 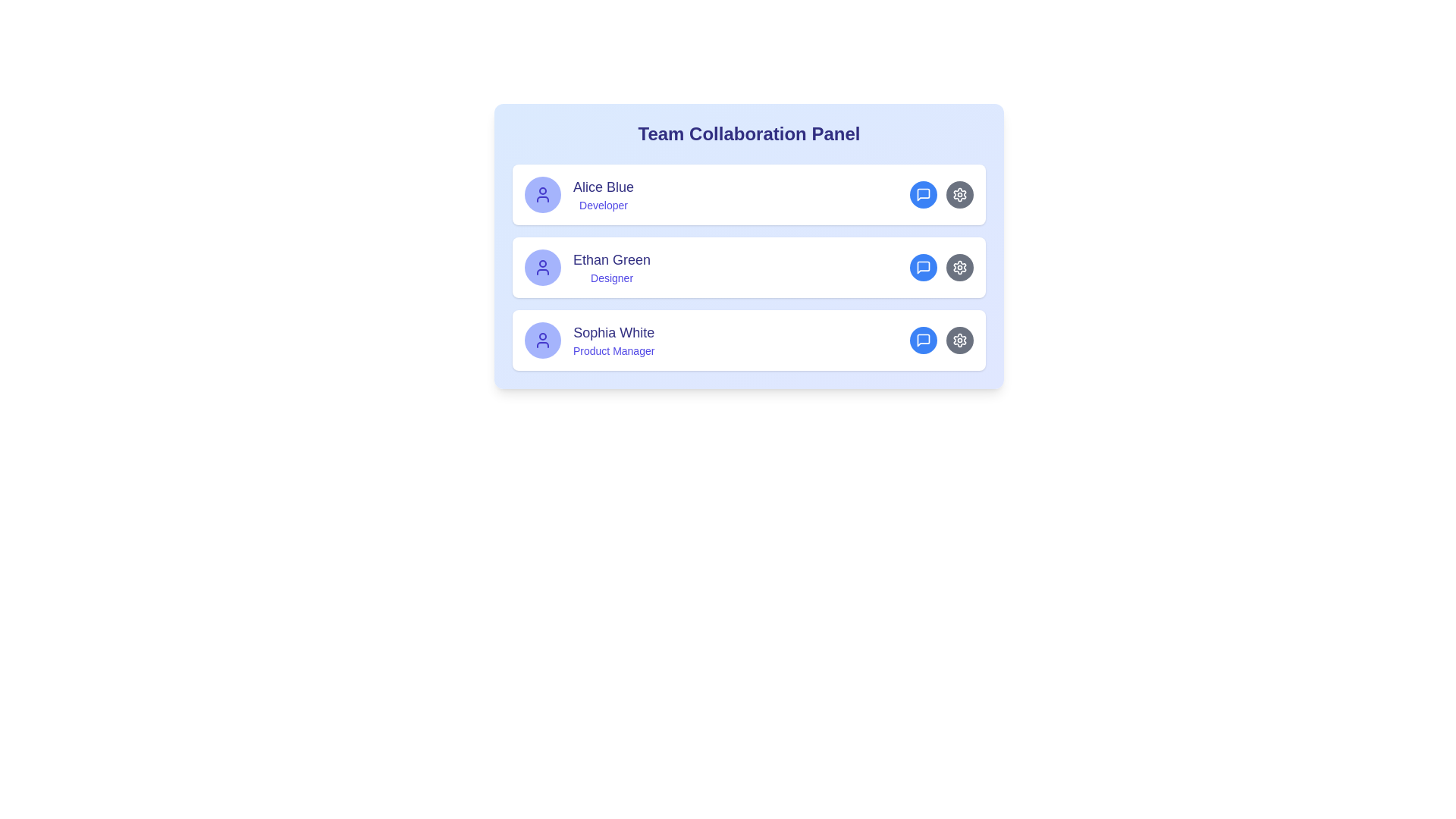 I want to click on the blue message square icon in the 'Sophia White' user card, so click(x=923, y=339).